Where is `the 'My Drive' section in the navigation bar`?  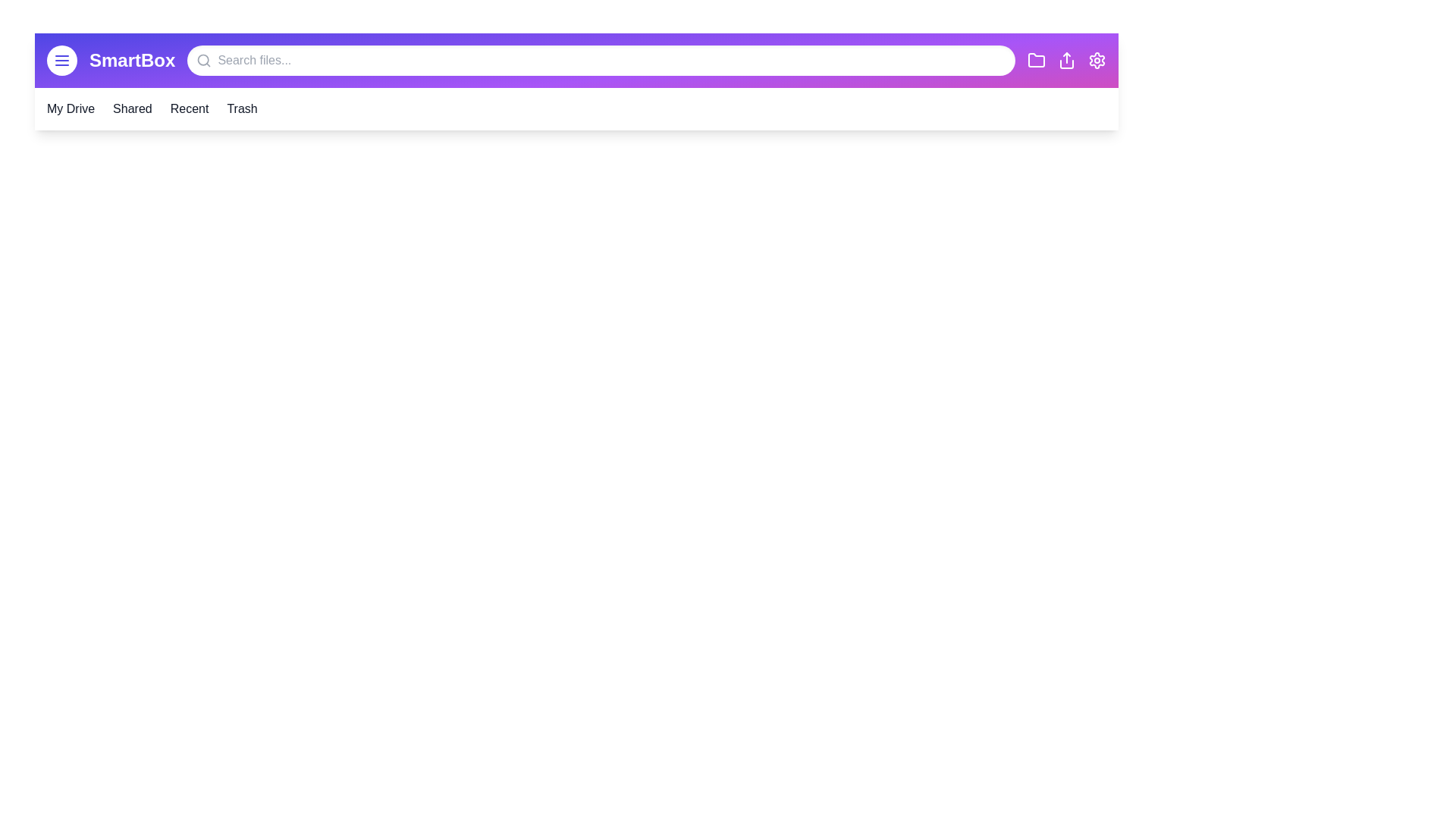
the 'My Drive' section in the navigation bar is located at coordinates (70, 108).